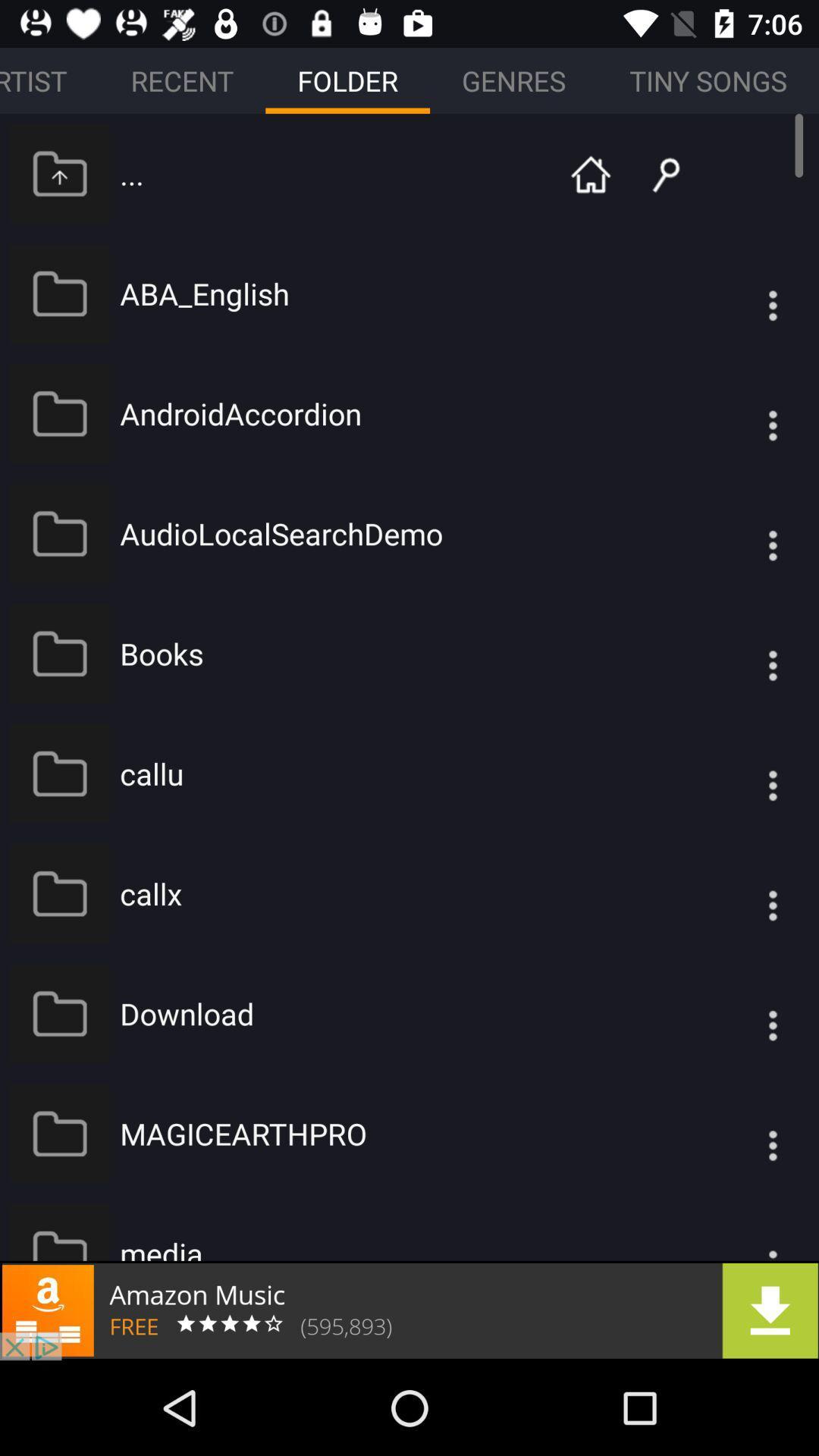 This screenshot has width=819, height=1456. I want to click on settings, so click(742, 1231).